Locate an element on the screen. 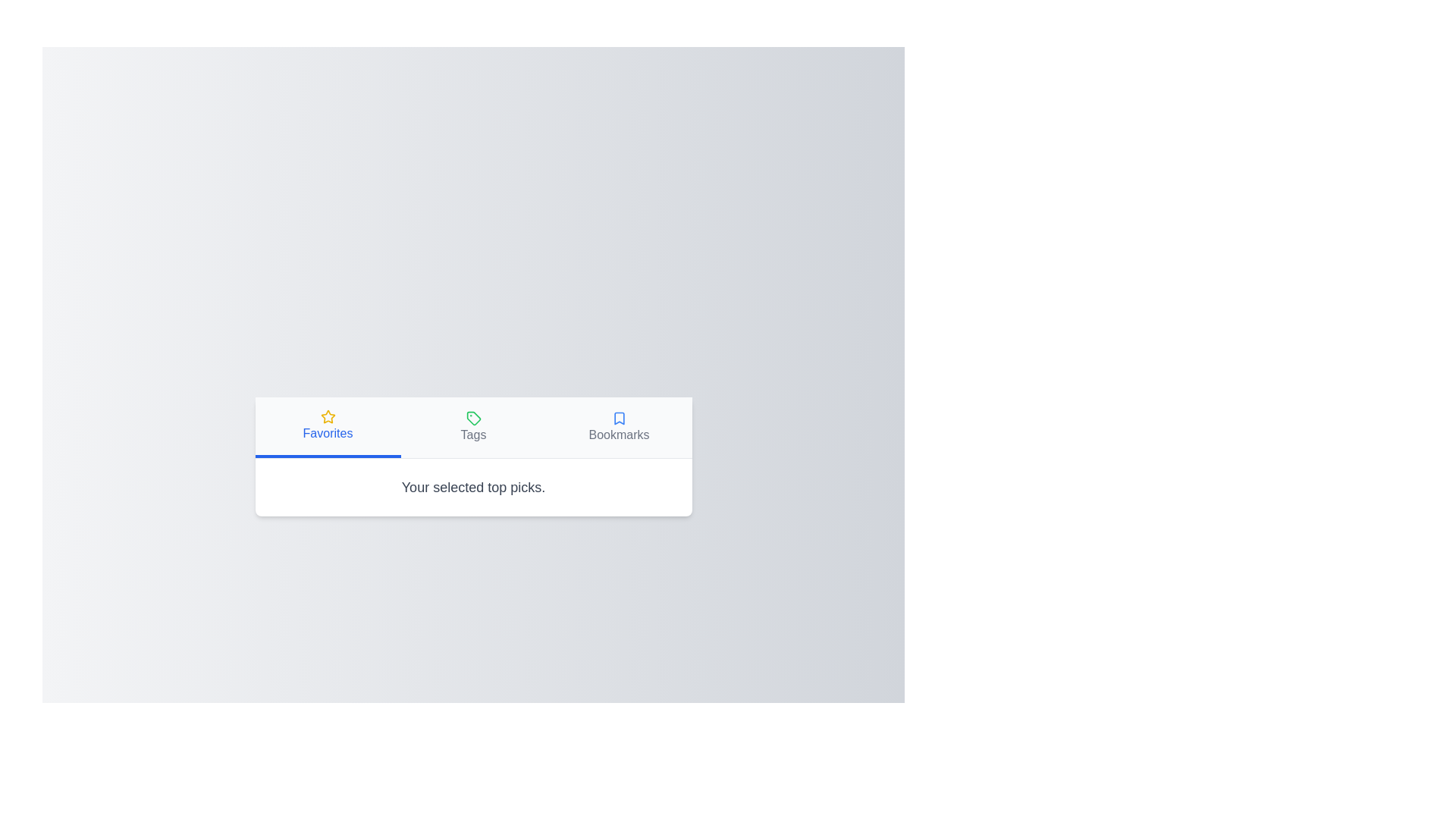 The image size is (1456, 819). the tab labeled Tags is located at coordinates (472, 427).